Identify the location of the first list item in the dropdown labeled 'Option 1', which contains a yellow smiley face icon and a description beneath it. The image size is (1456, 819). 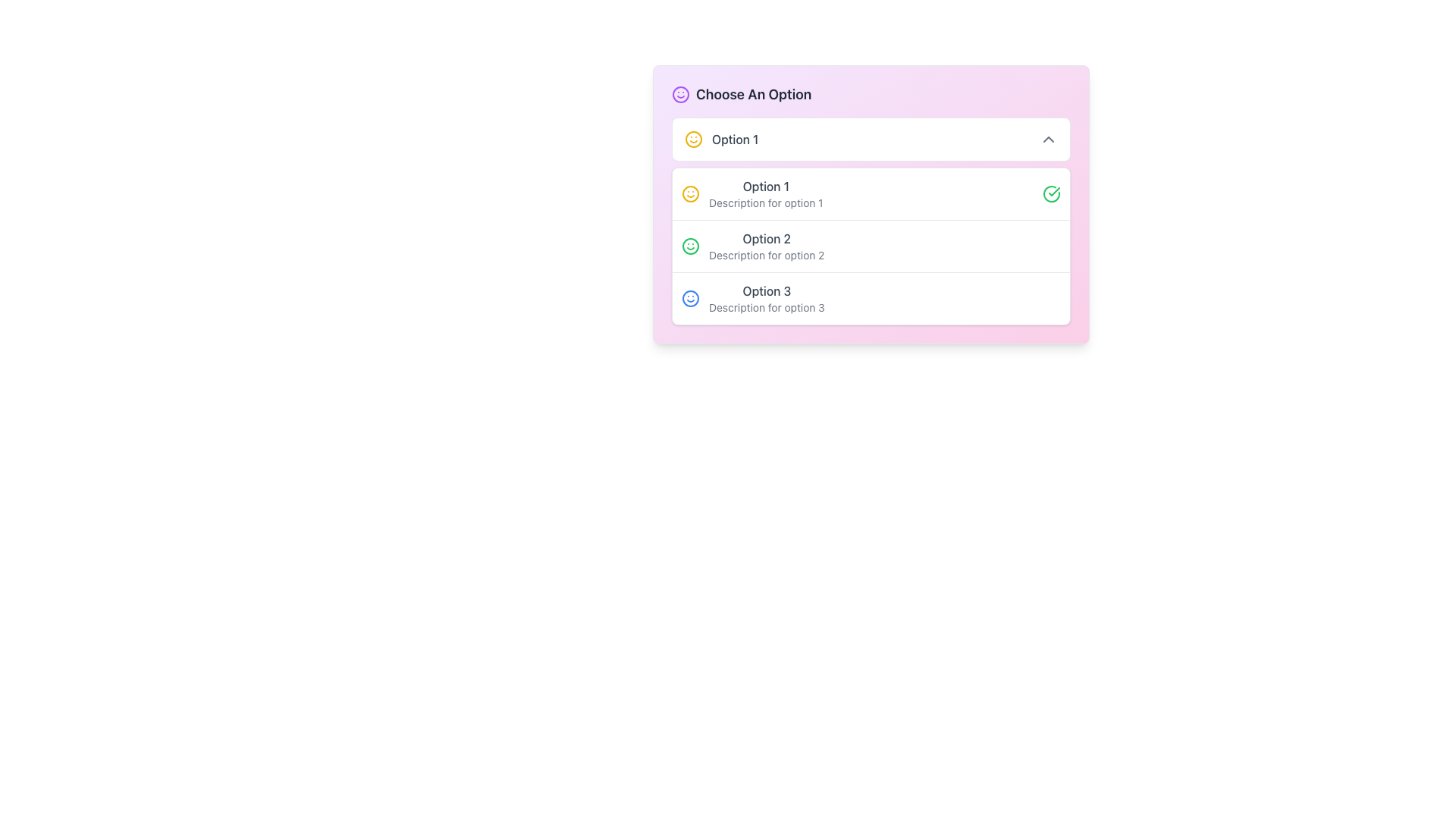
(752, 193).